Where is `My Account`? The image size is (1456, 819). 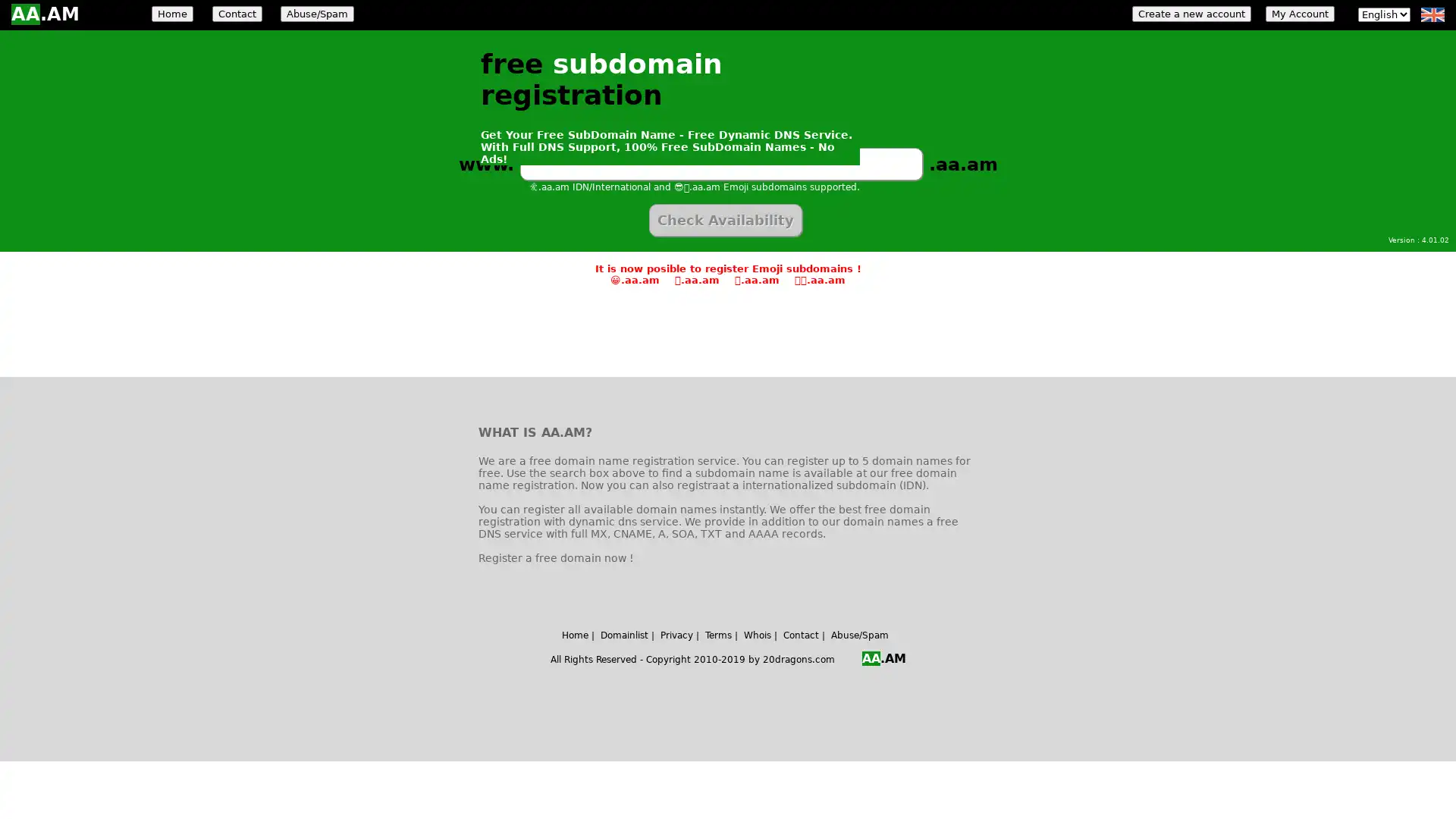 My Account is located at coordinates (1299, 14).